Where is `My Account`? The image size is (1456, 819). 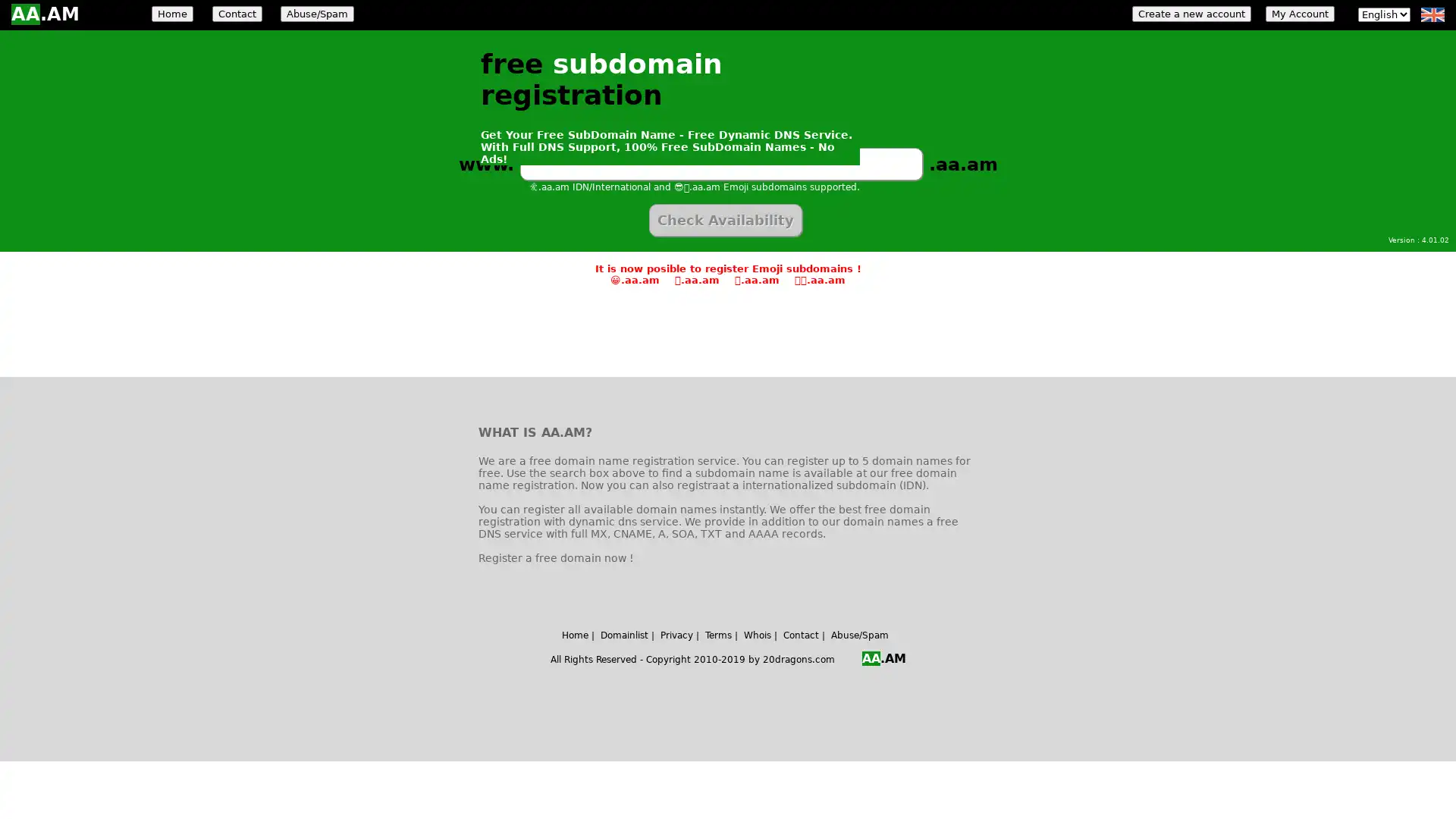 My Account is located at coordinates (1299, 14).